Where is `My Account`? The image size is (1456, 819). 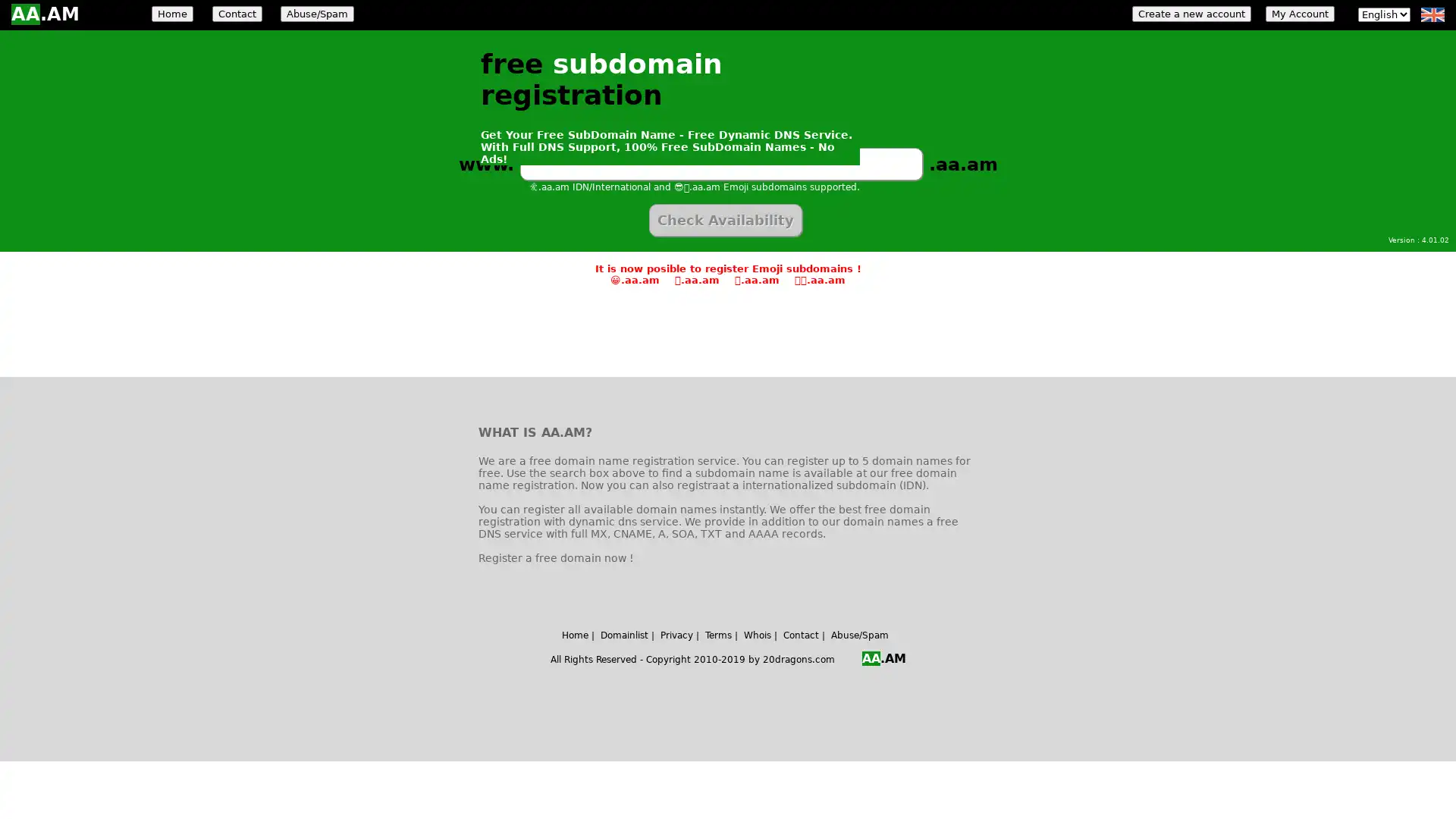 My Account is located at coordinates (1299, 14).